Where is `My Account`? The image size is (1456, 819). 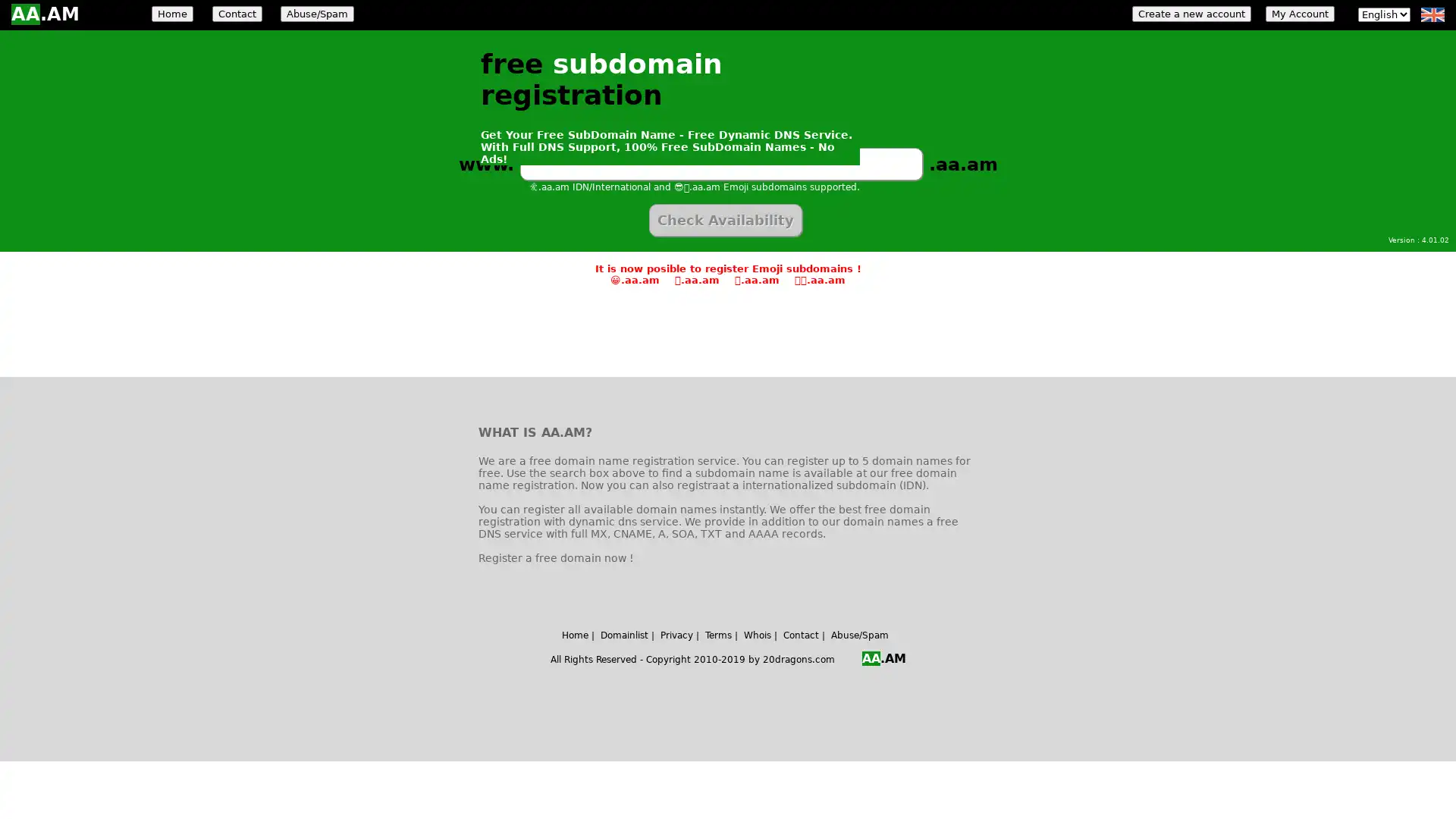 My Account is located at coordinates (1299, 14).